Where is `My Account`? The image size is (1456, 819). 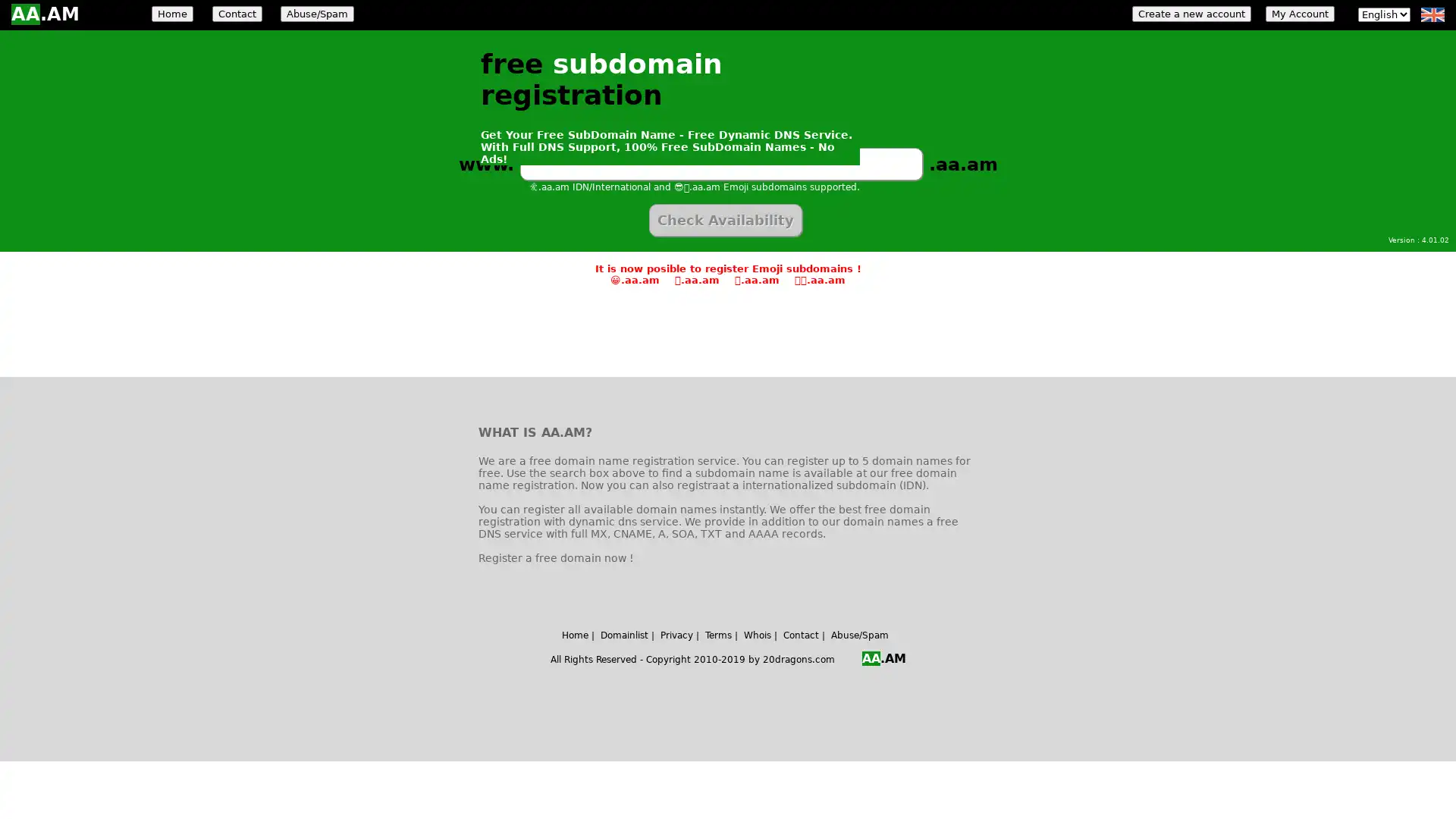 My Account is located at coordinates (1299, 14).